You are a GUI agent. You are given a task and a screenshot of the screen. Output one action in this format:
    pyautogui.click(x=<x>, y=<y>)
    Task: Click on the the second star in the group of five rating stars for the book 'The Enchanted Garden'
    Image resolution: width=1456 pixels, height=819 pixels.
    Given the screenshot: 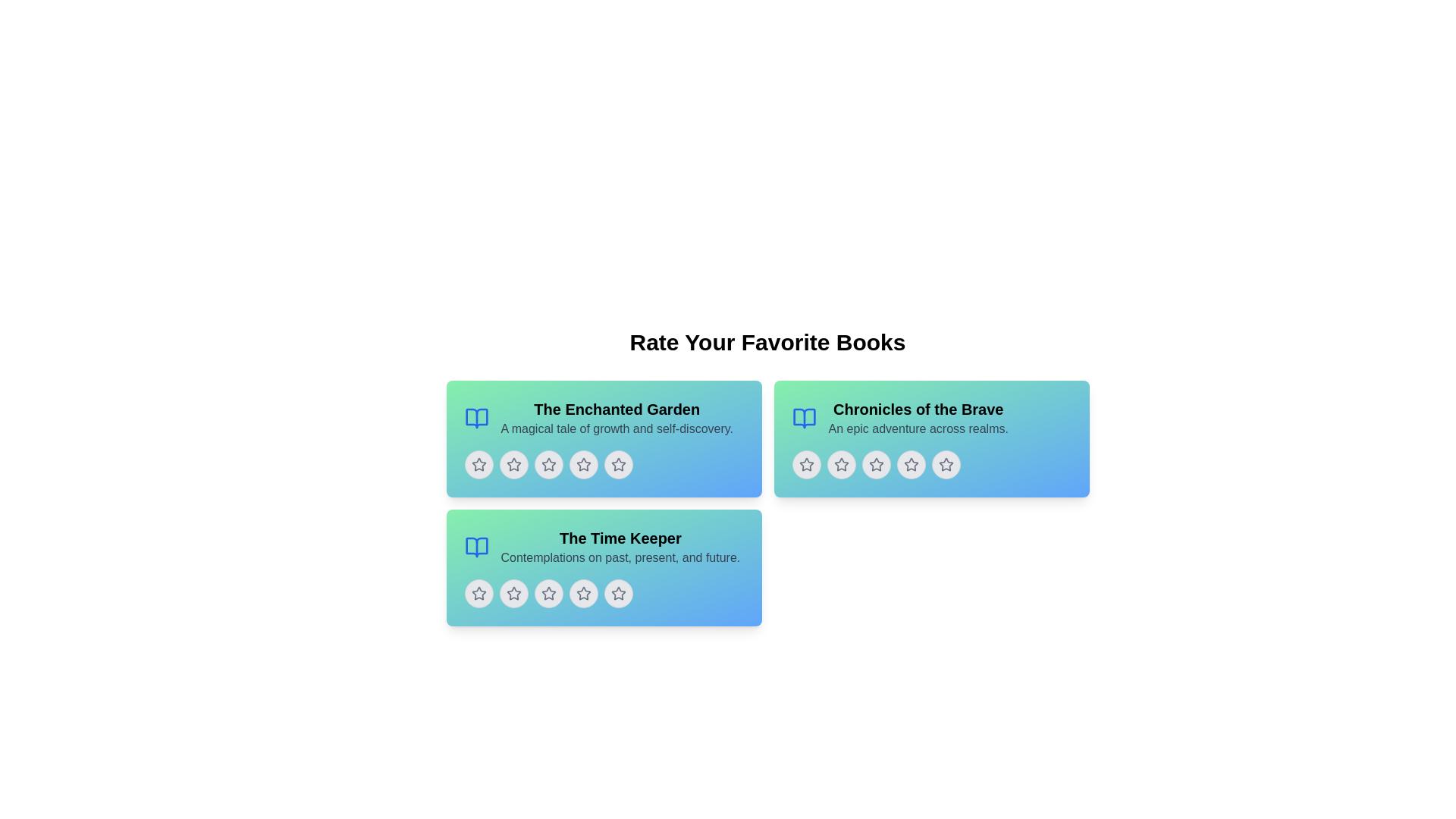 What is the action you would take?
    pyautogui.click(x=513, y=463)
    